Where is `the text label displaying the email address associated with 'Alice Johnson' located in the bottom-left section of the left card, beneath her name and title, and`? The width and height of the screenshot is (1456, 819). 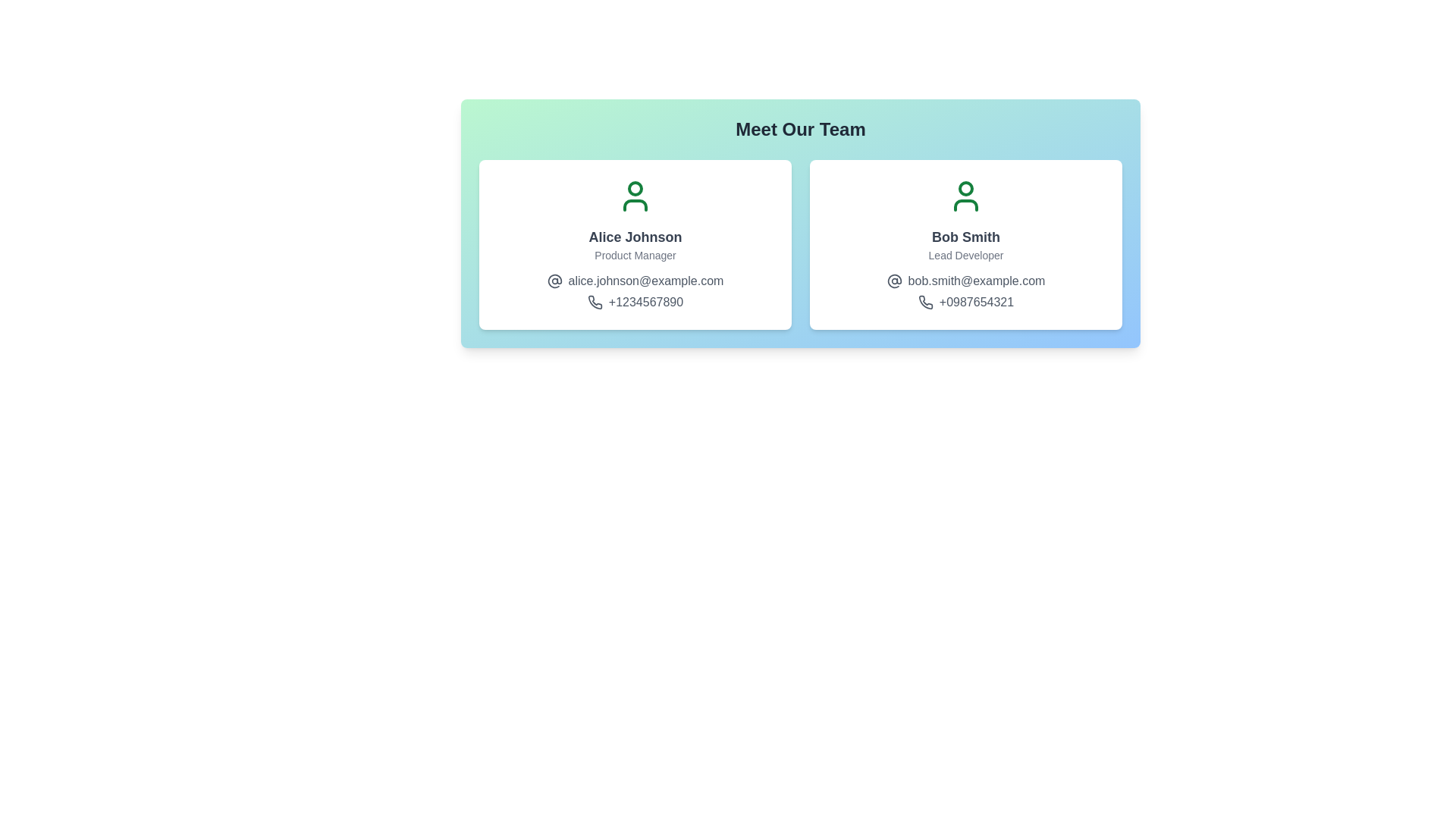
the text label displaying the email address associated with 'Alice Johnson' located in the bottom-left section of the left card, beneath her name and title, and is located at coordinates (645, 281).